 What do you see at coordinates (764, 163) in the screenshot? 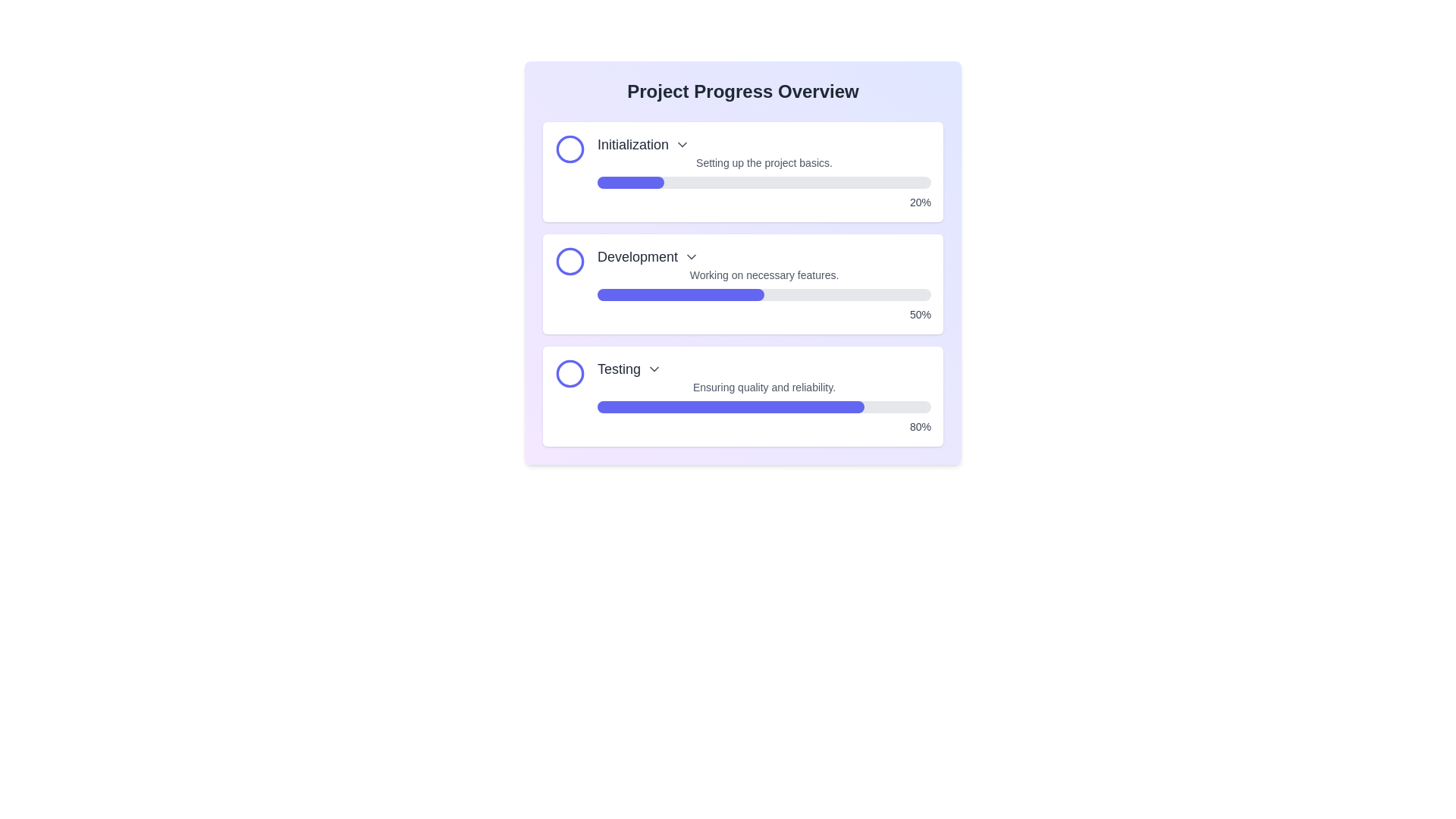
I see `the static text reading 'Setting up the project basics.' located inside the 'Initialization' card in the progress tracker UI` at bounding box center [764, 163].